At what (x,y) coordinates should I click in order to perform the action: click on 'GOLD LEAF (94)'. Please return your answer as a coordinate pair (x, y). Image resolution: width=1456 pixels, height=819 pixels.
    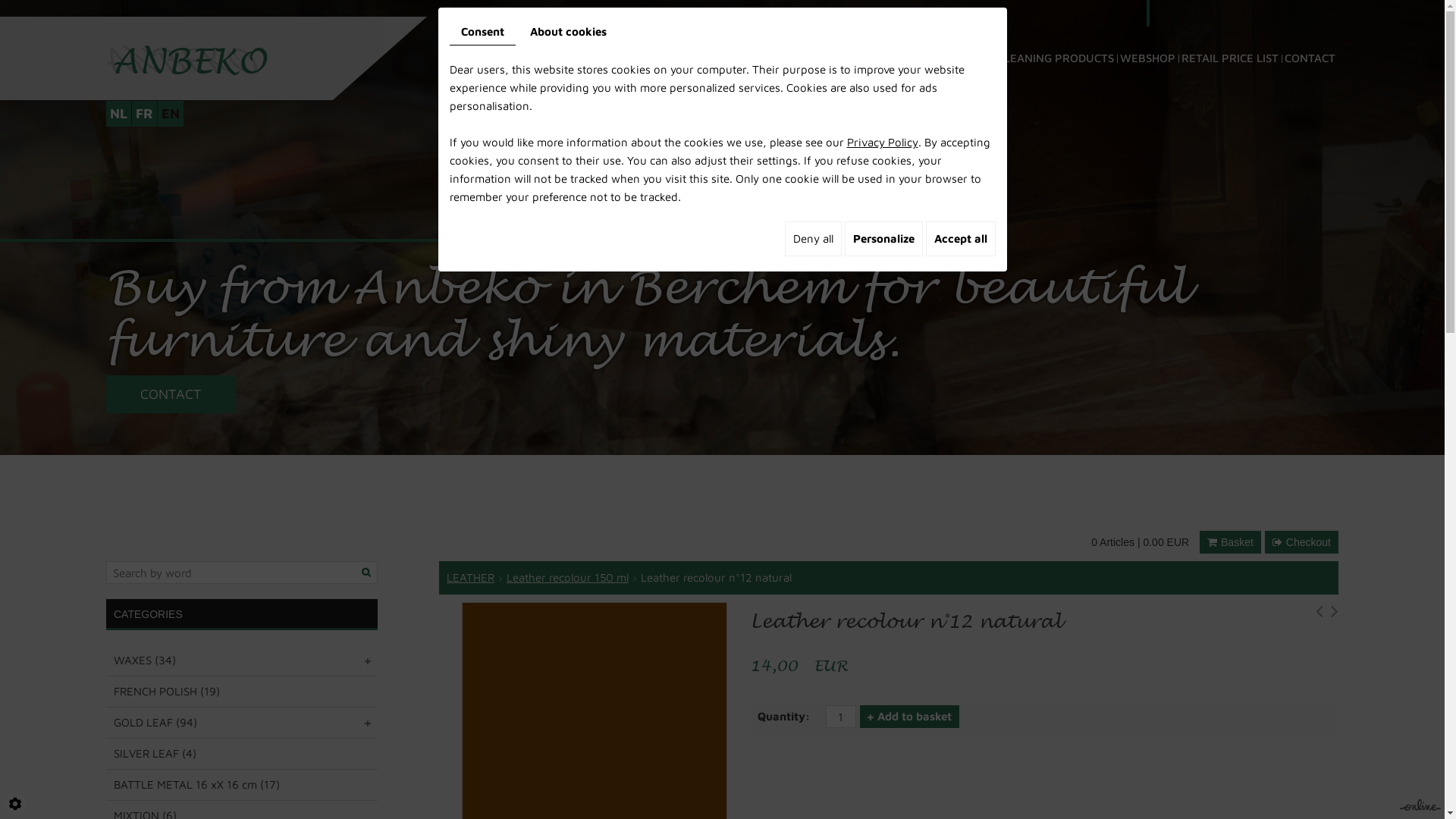
    Looking at the image, I should click on (240, 721).